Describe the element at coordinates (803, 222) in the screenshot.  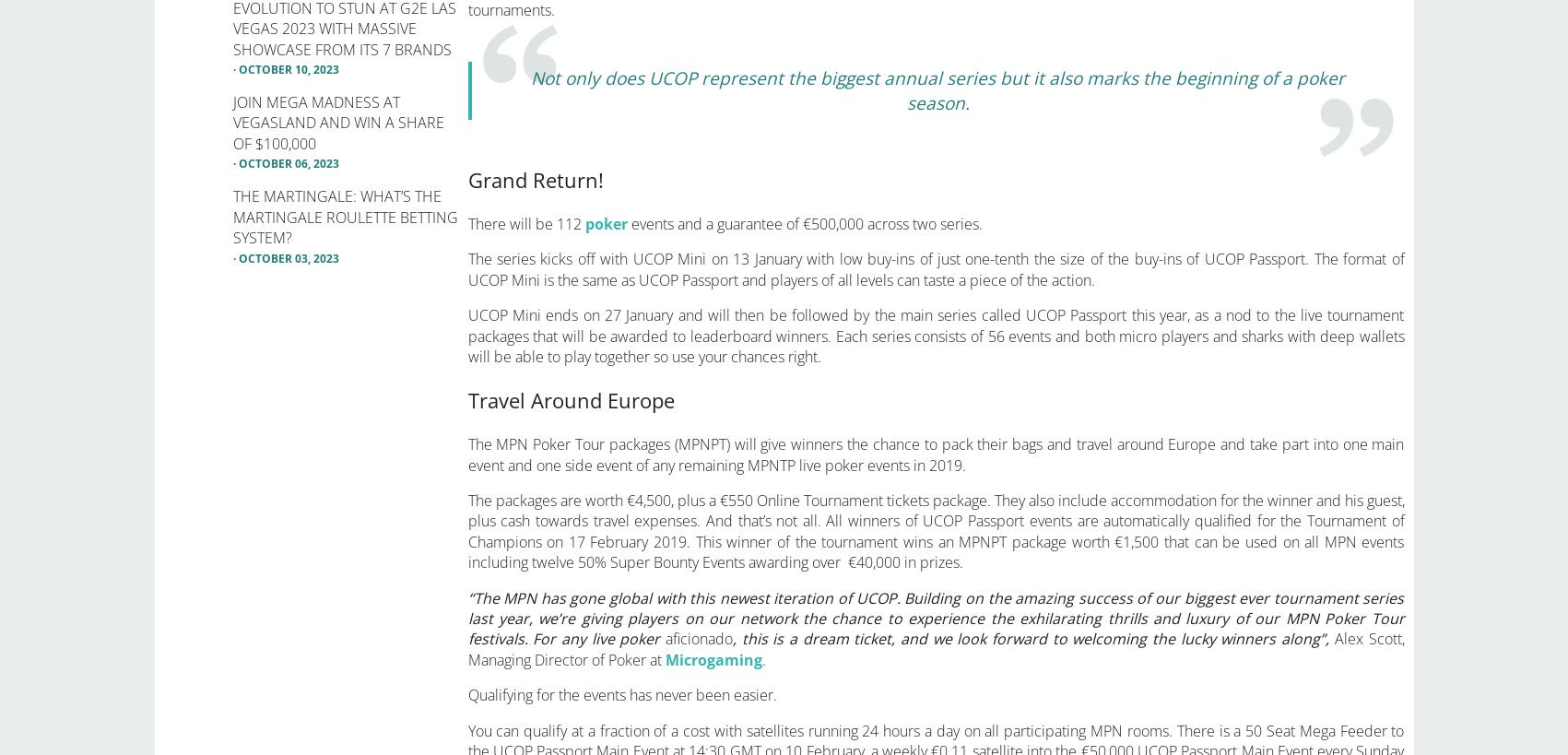
I see `'events and a guarantee of €500,000 across two series.'` at that location.